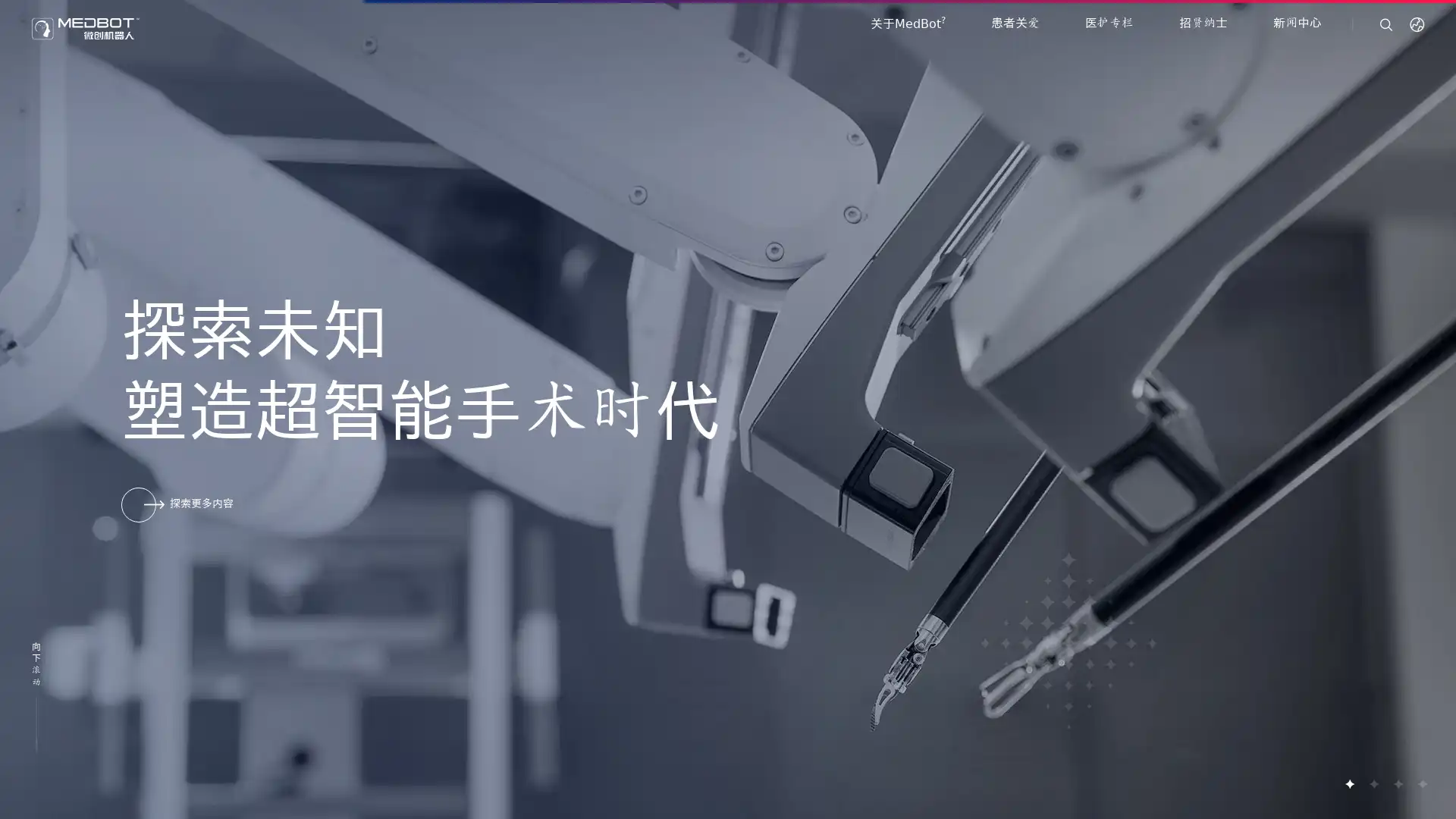  I want to click on Go to slide 3, so click(1397, 783).